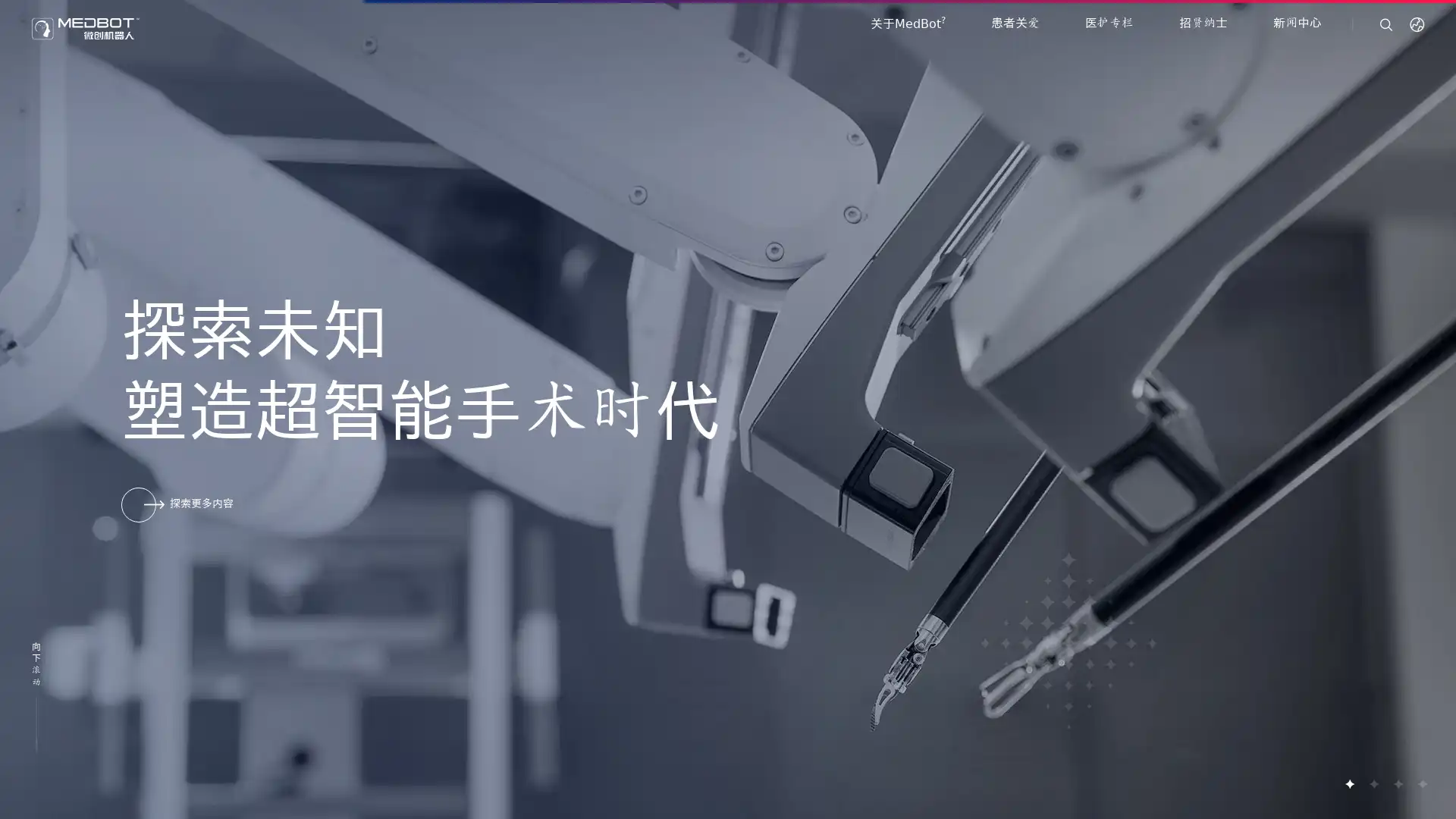  I want to click on Go to slide 3, so click(1397, 783).